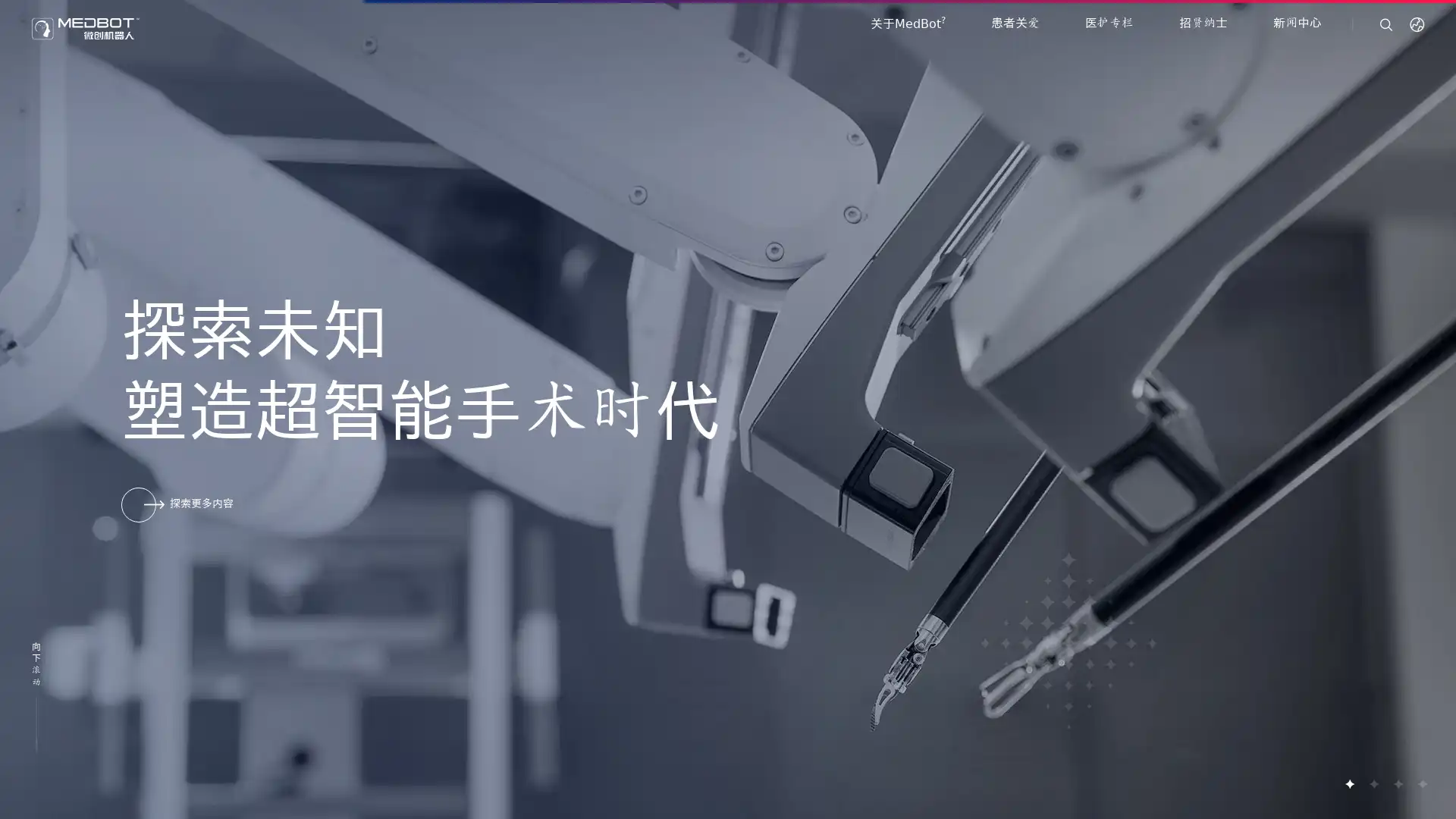  I want to click on Go to slide 3, so click(1397, 783).